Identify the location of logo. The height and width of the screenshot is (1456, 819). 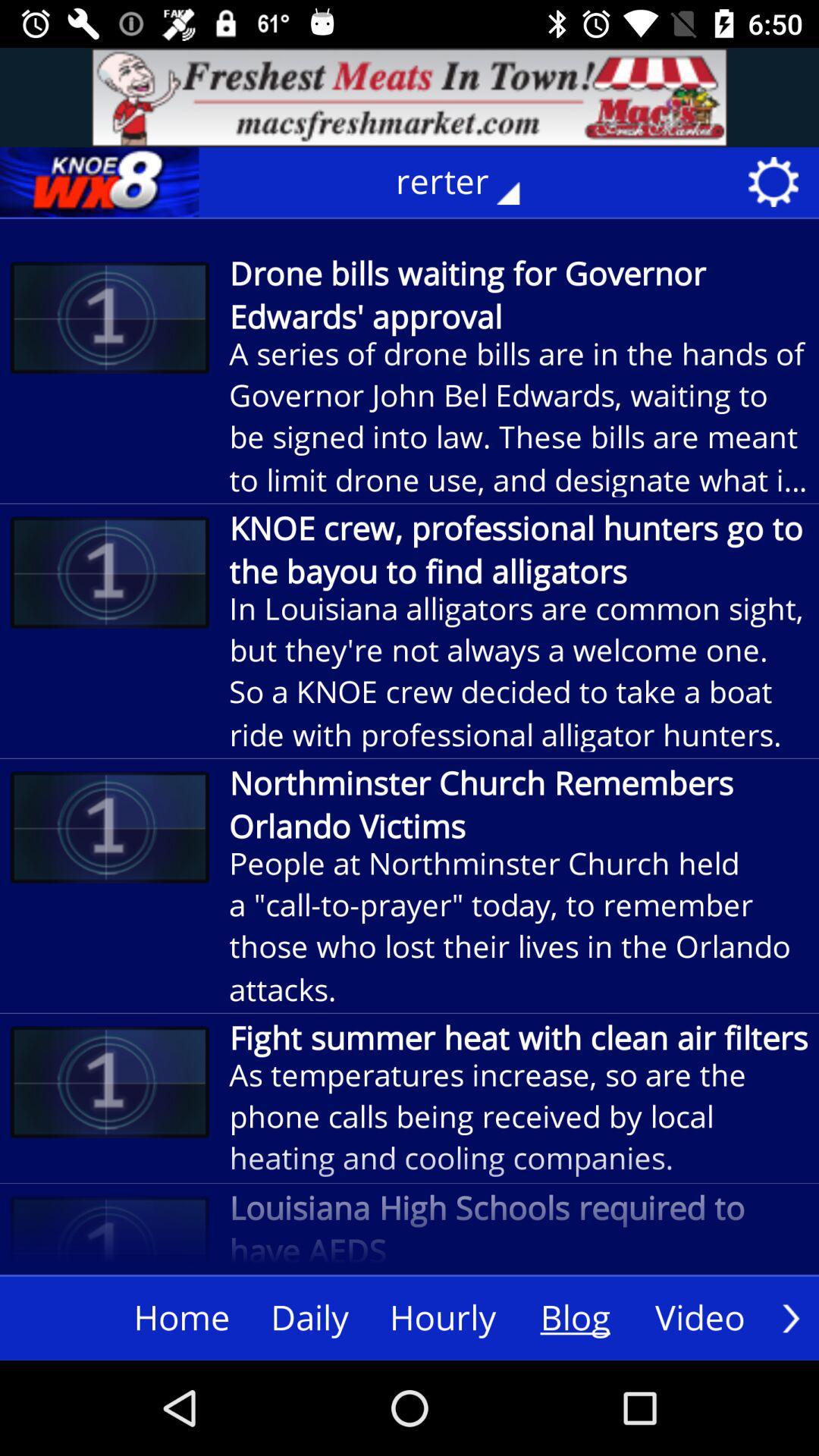
(99, 182).